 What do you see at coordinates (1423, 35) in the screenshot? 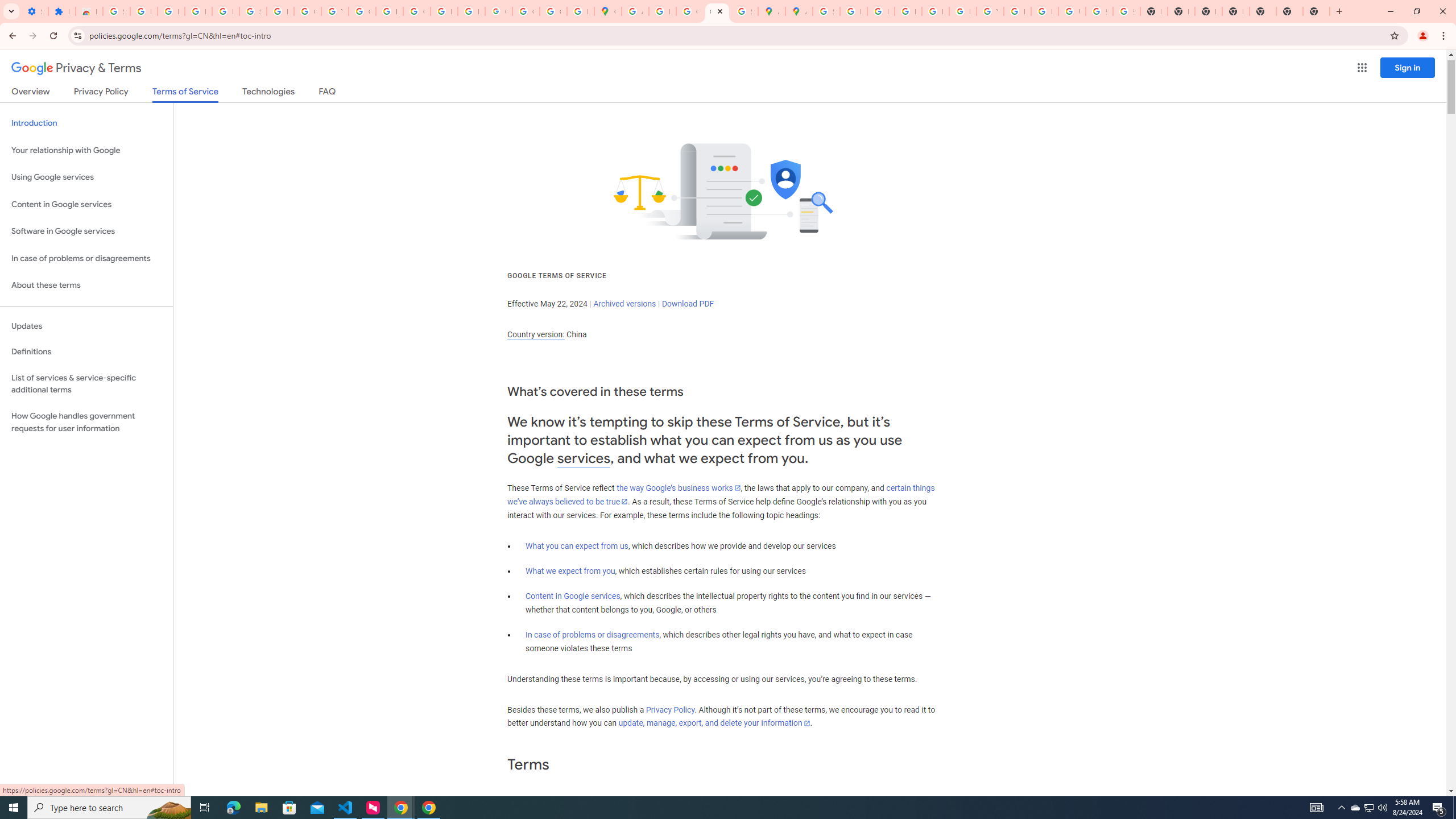
I see `'You'` at bounding box center [1423, 35].